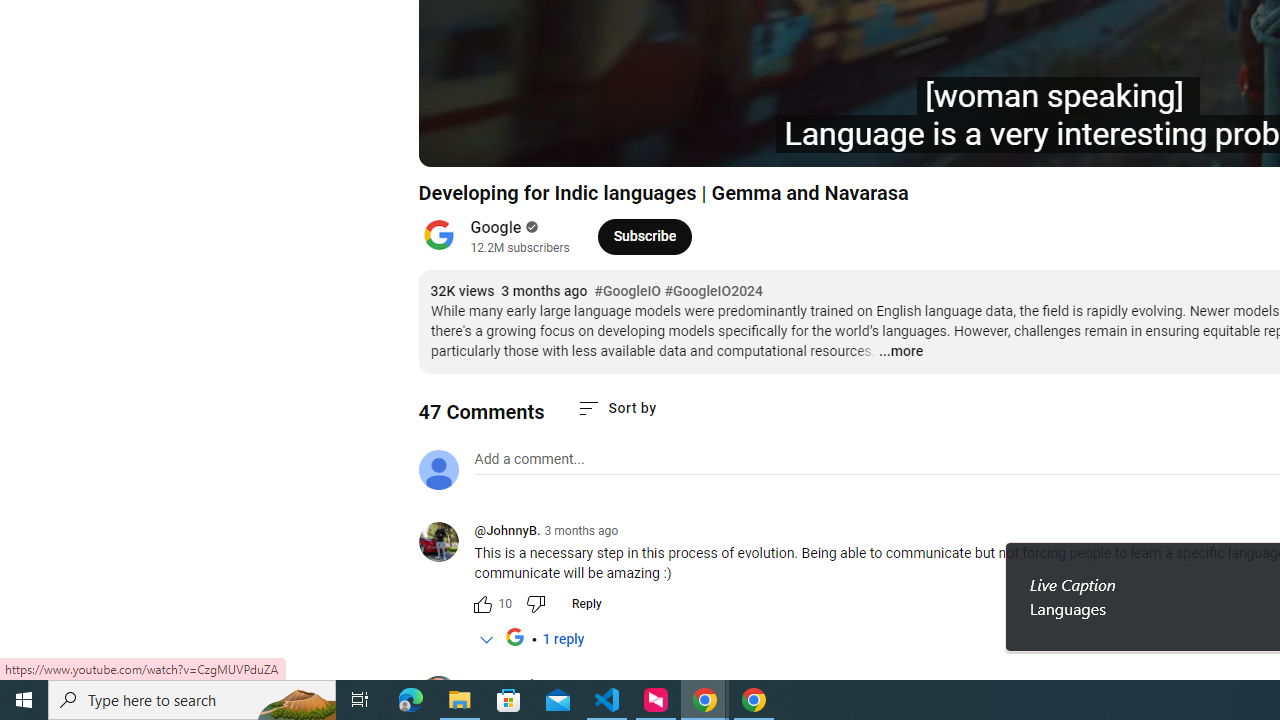  I want to click on '#GoogleIO', so click(626, 291).